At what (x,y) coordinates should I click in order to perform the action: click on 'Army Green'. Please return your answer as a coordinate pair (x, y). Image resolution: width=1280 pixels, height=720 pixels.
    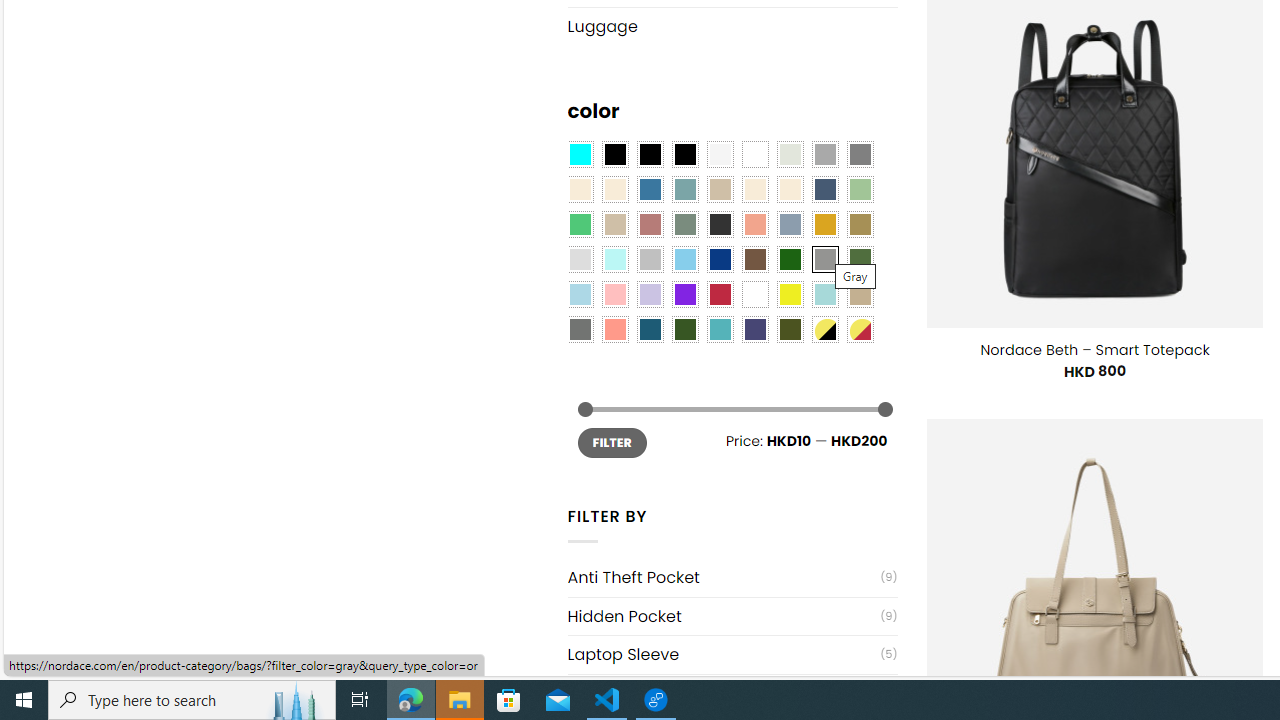
    Looking at the image, I should click on (788, 328).